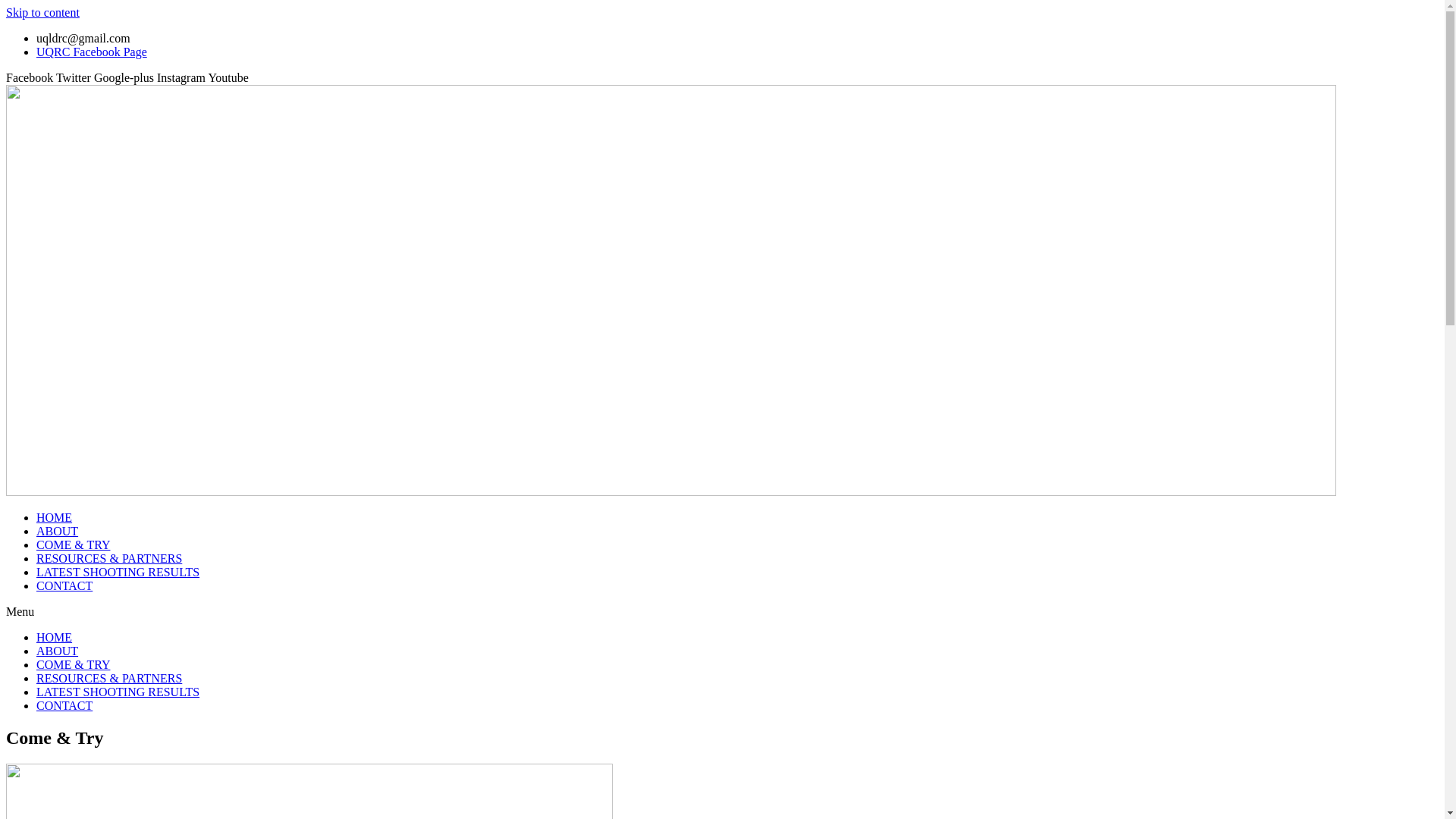 The image size is (1456, 819). Describe the element at coordinates (74, 77) in the screenshot. I see `'Twitter'` at that location.